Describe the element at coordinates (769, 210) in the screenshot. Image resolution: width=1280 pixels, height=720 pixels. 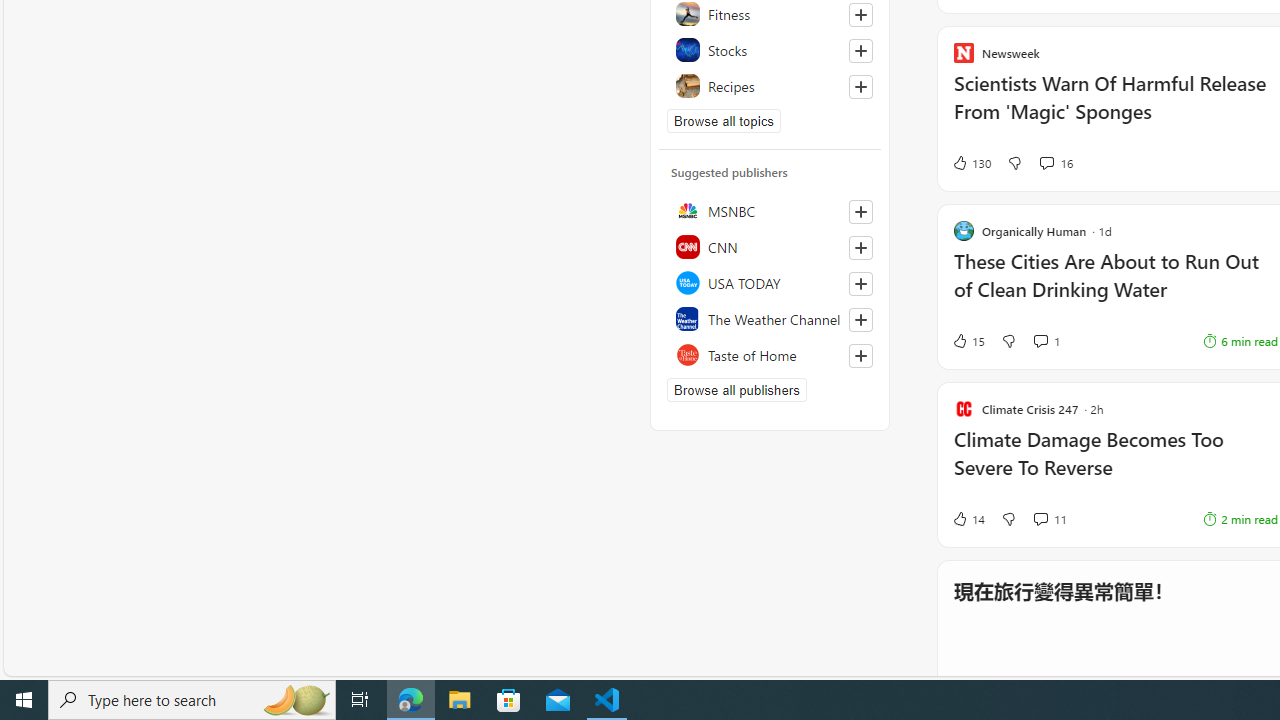
I see `'MSNBC'` at that location.